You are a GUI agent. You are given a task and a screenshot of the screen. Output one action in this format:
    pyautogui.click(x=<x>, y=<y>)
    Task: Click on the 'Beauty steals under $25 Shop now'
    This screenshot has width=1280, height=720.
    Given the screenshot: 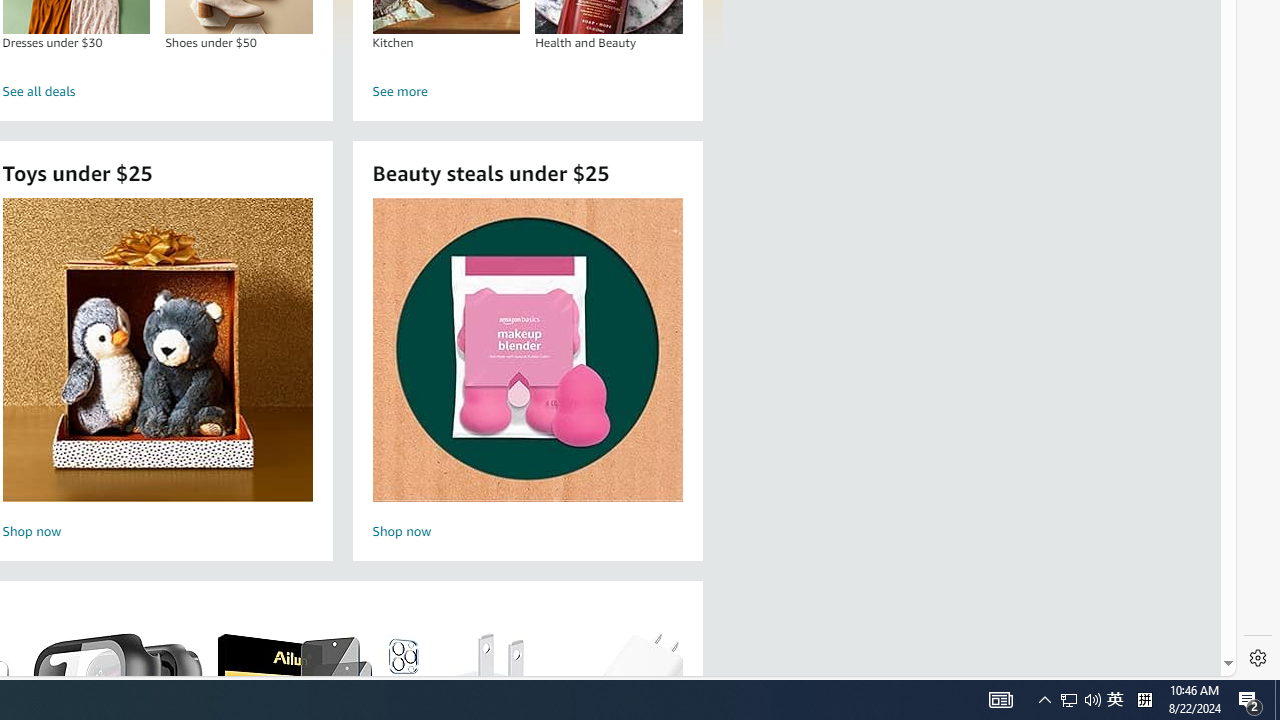 What is the action you would take?
    pyautogui.click(x=527, y=371)
    